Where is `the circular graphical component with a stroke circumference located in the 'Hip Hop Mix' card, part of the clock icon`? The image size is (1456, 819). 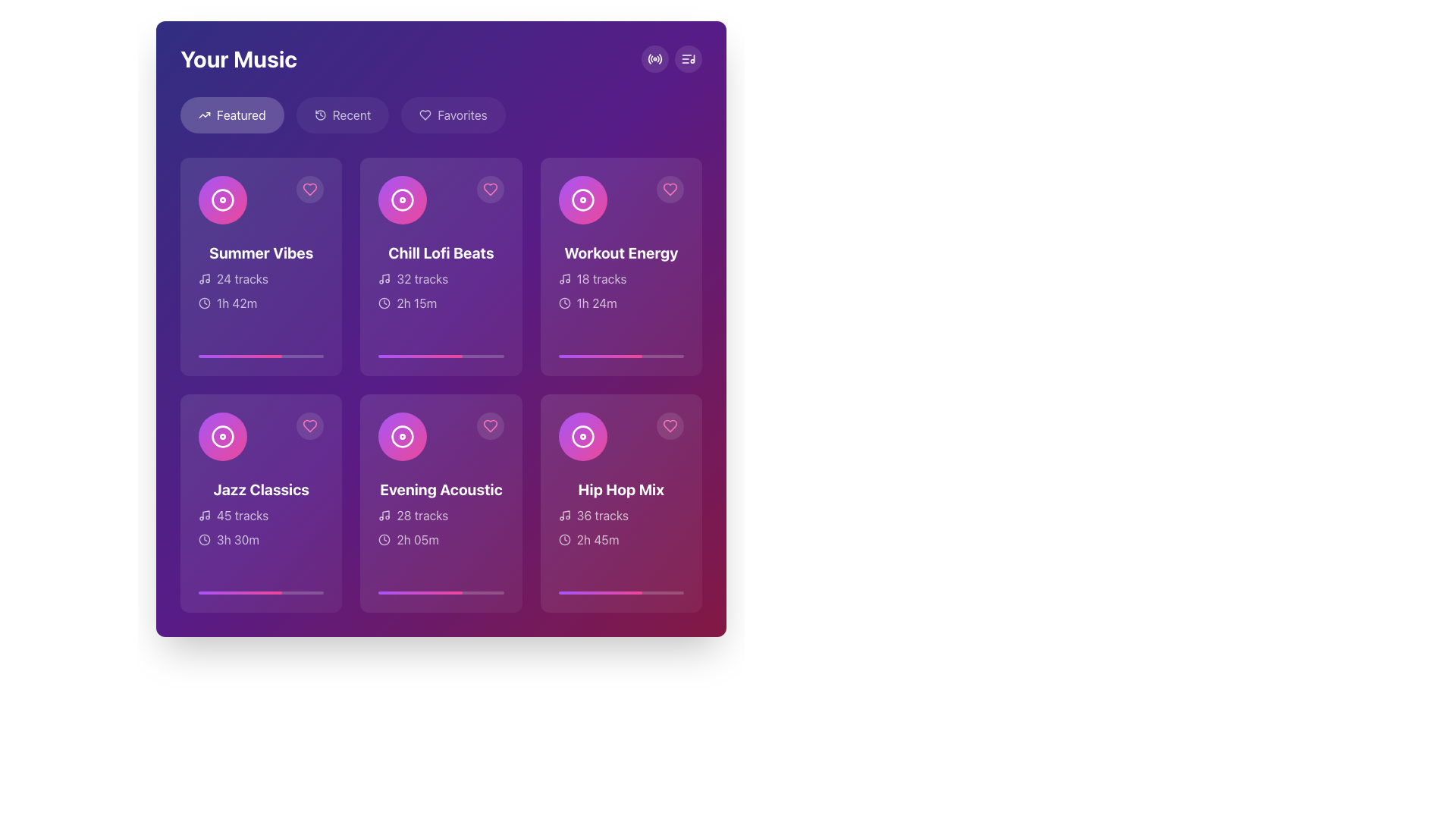 the circular graphical component with a stroke circumference located in the 'Hip Hop Mix' card, part of the clock icon is located at coordinates (563, 539).